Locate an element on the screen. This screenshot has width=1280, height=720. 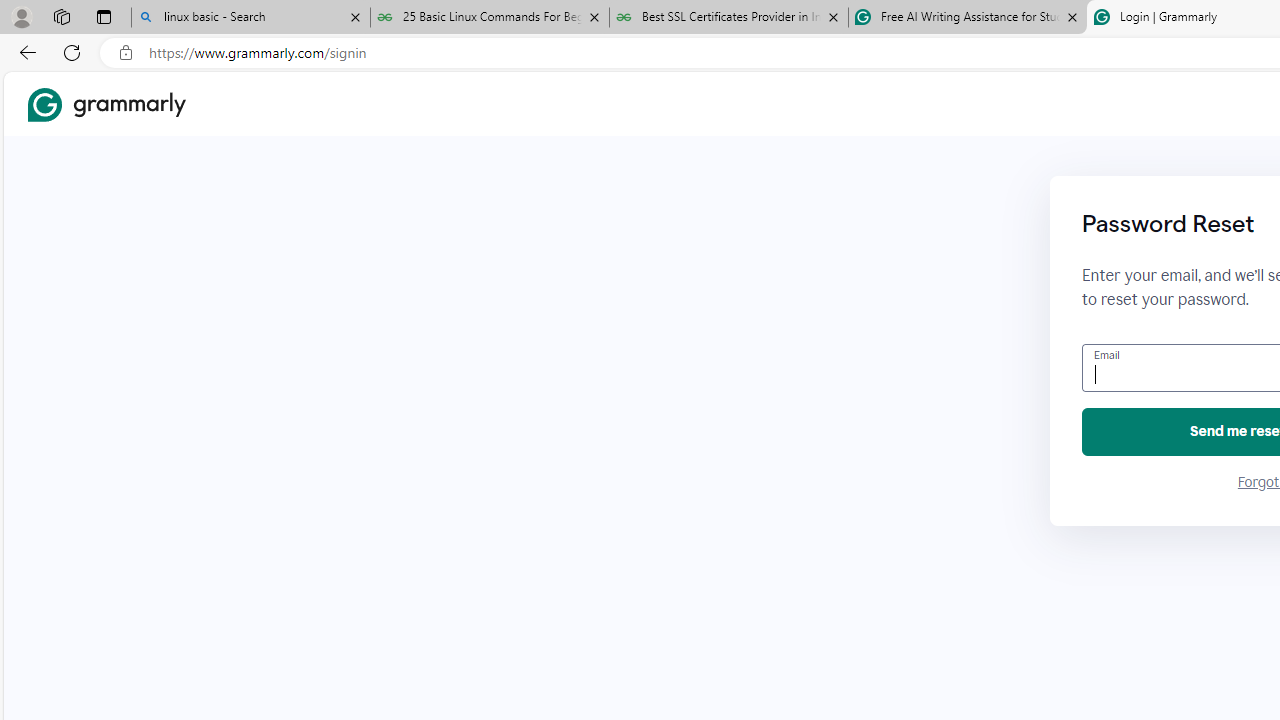
'25 Basic Linux Commands For Beginners - GeeksforGeeks' is located at coordinates (490, 17).